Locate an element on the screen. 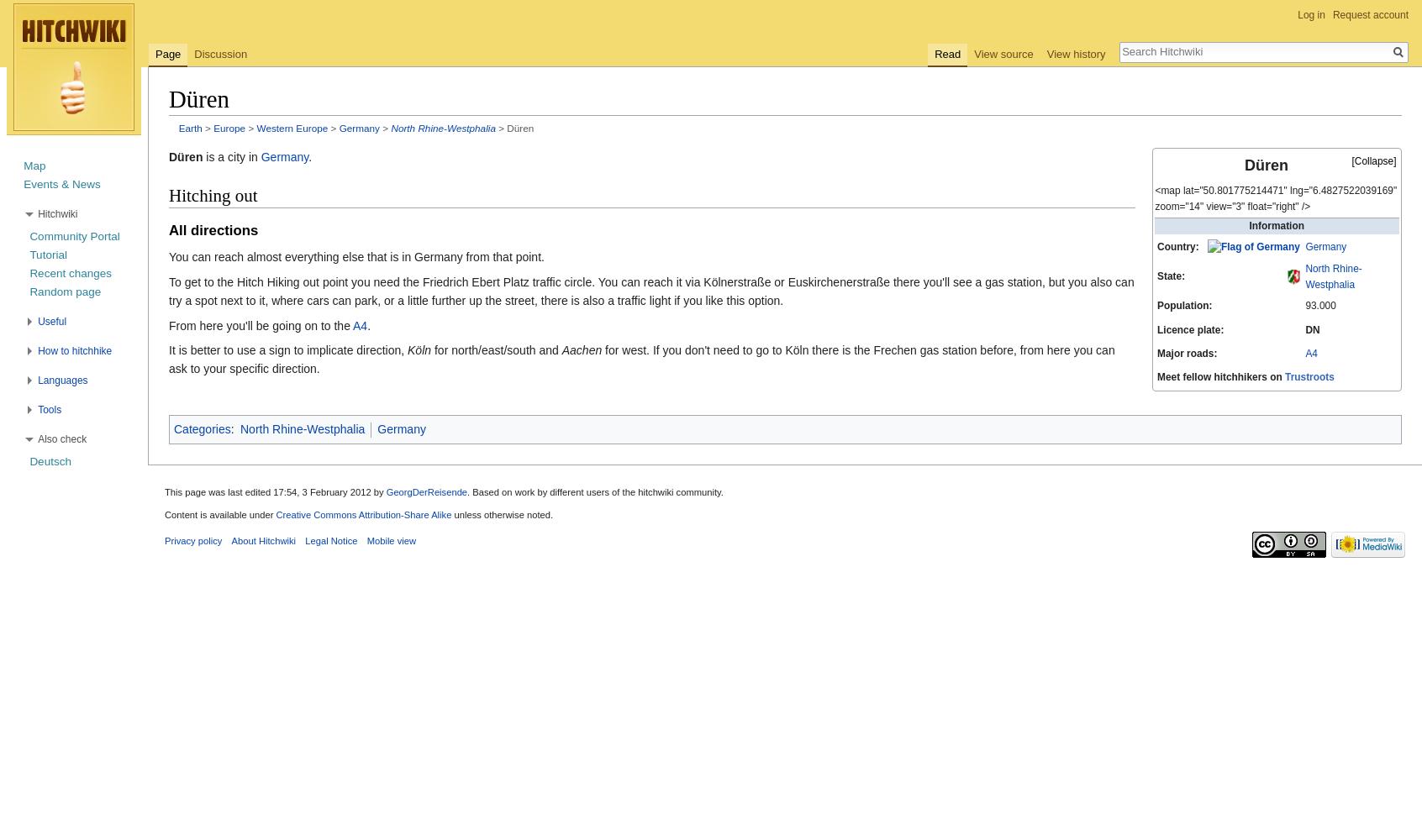 The width and height of the screenshot is (1422, 840). 'Europe' is located at coordinates (229, 127).